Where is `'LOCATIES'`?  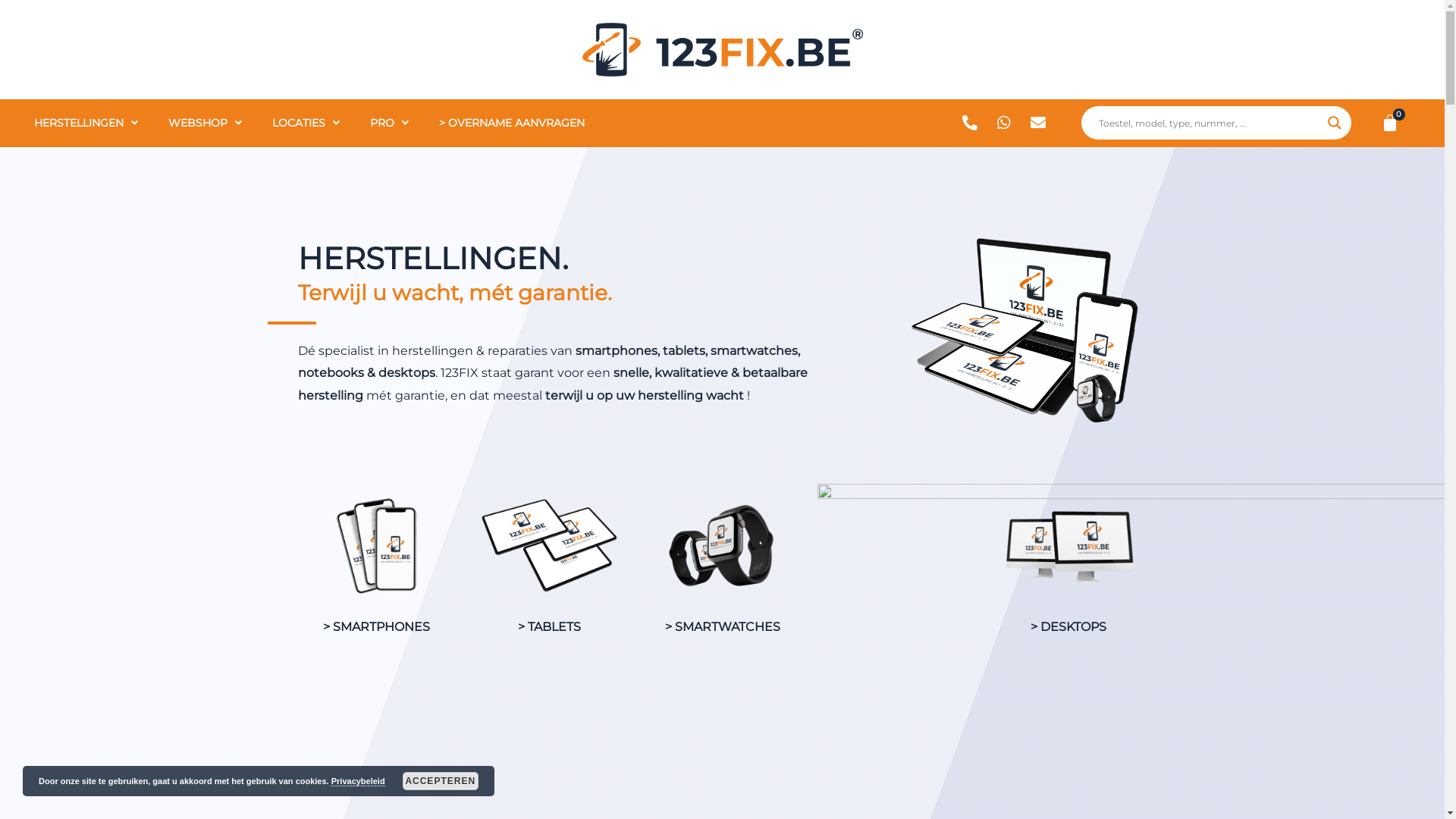 'LOCATIES' is located at coordinates (305, 122).